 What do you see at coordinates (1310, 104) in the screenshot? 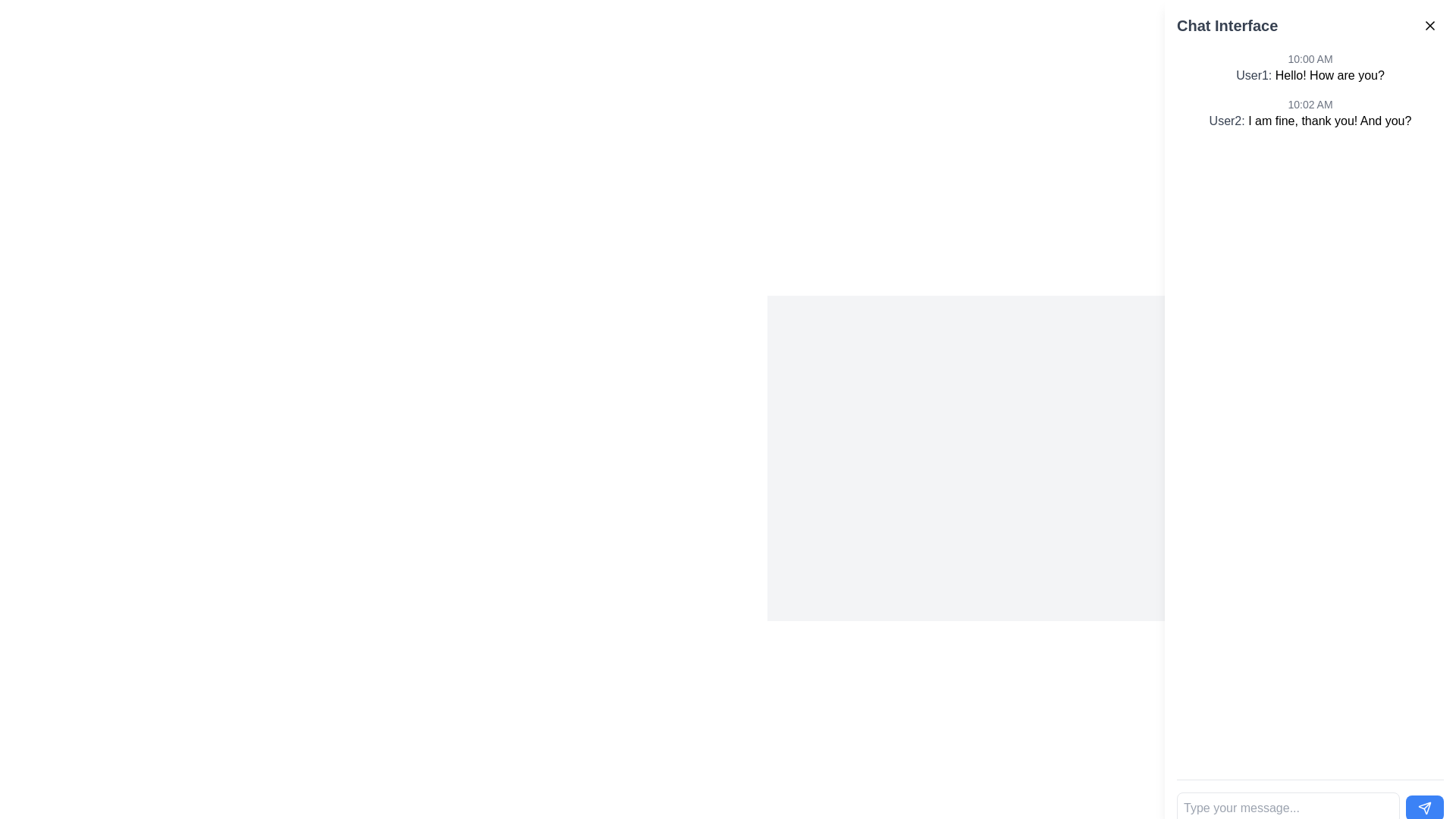
I see `the timestamp text label indicating the time the message was sent by User2, located above the message 'I am fine, thank you! And you?'` at bounding box center [1310, 104].